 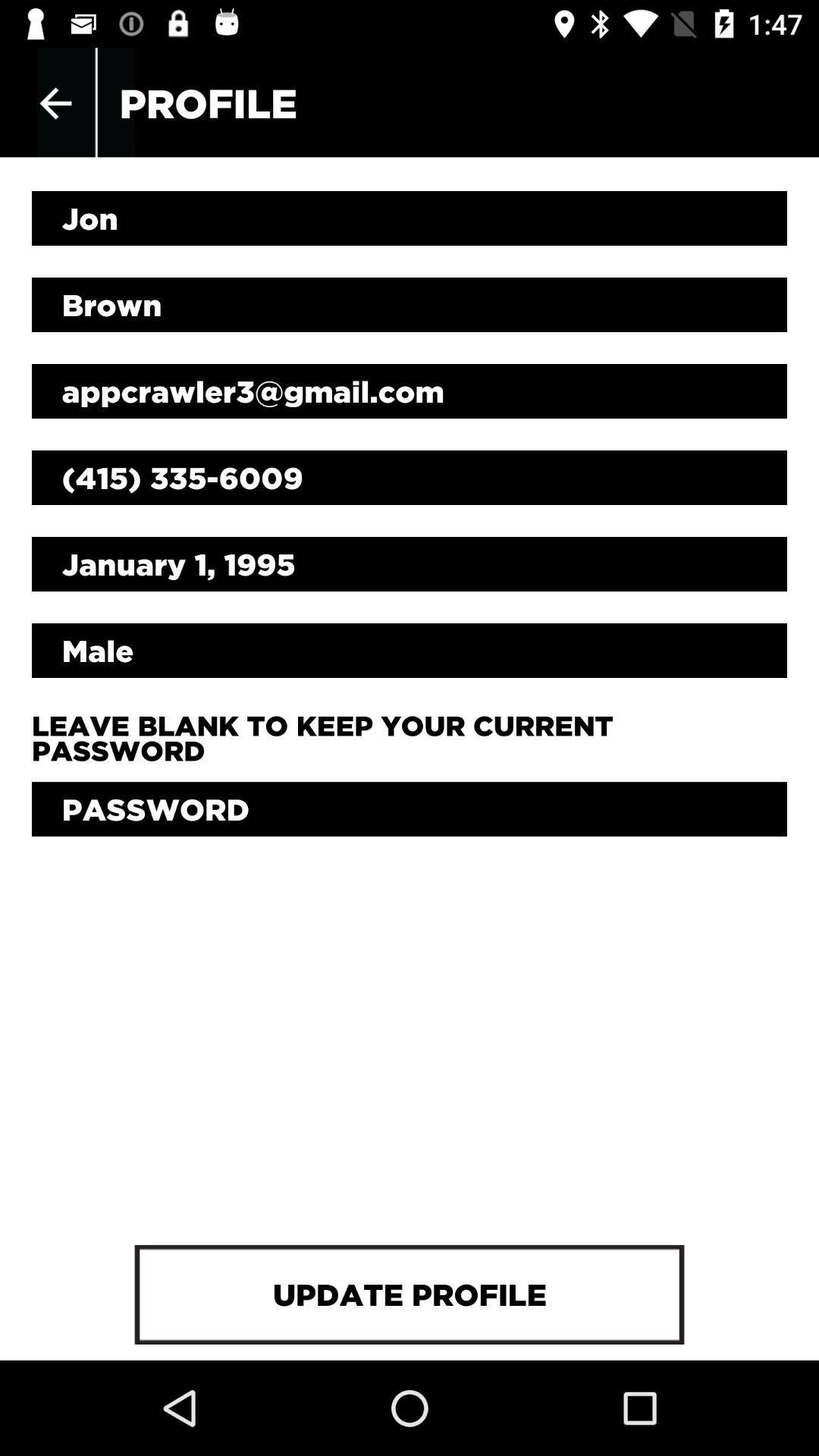 What do you see at coordinates (409, 808) in the screenshot?
I see `current password` at bounding box center [409, 808].